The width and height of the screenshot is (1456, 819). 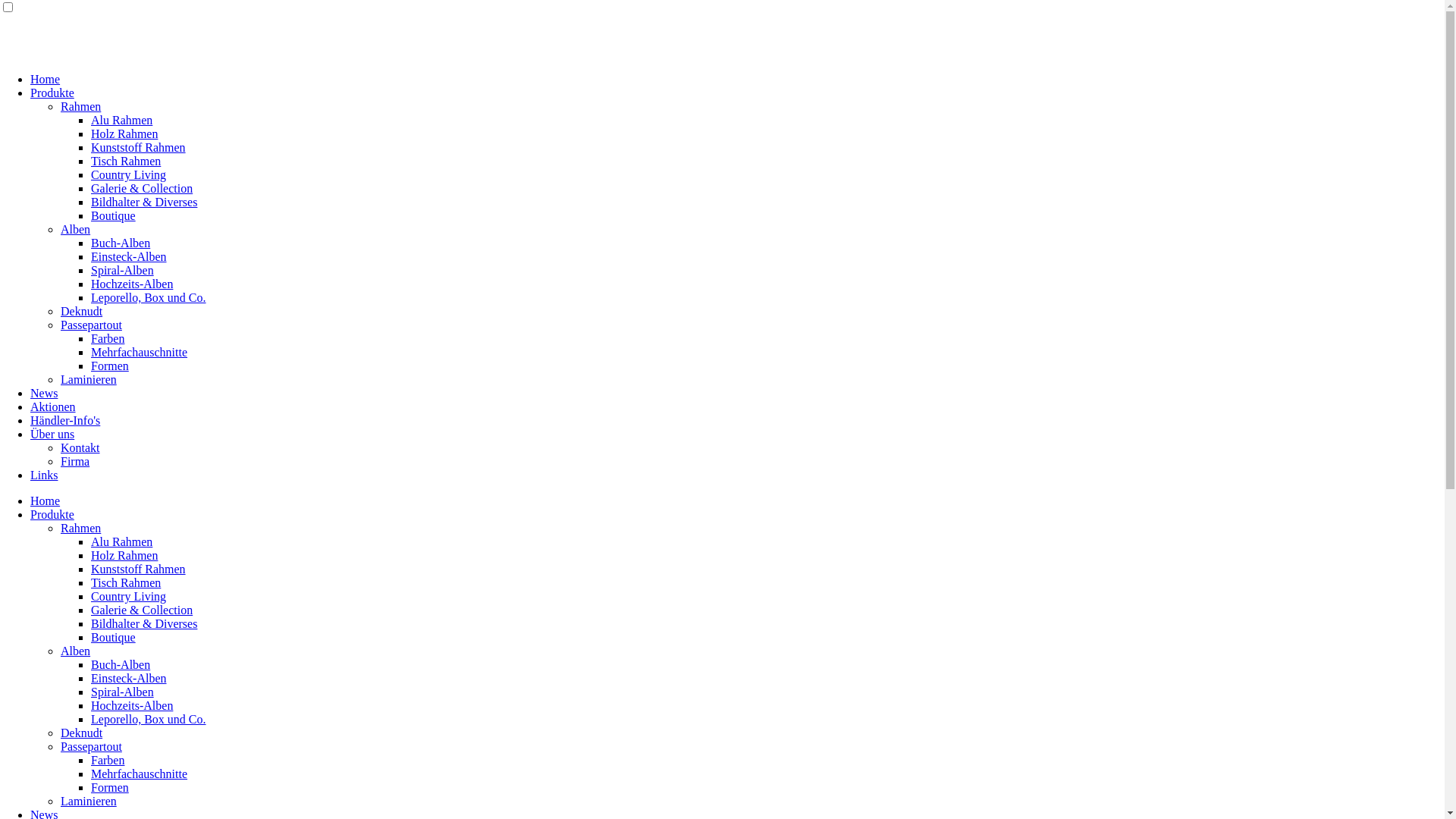 I want to click on 'Galerie & Collection', so click(x=142, y=609).